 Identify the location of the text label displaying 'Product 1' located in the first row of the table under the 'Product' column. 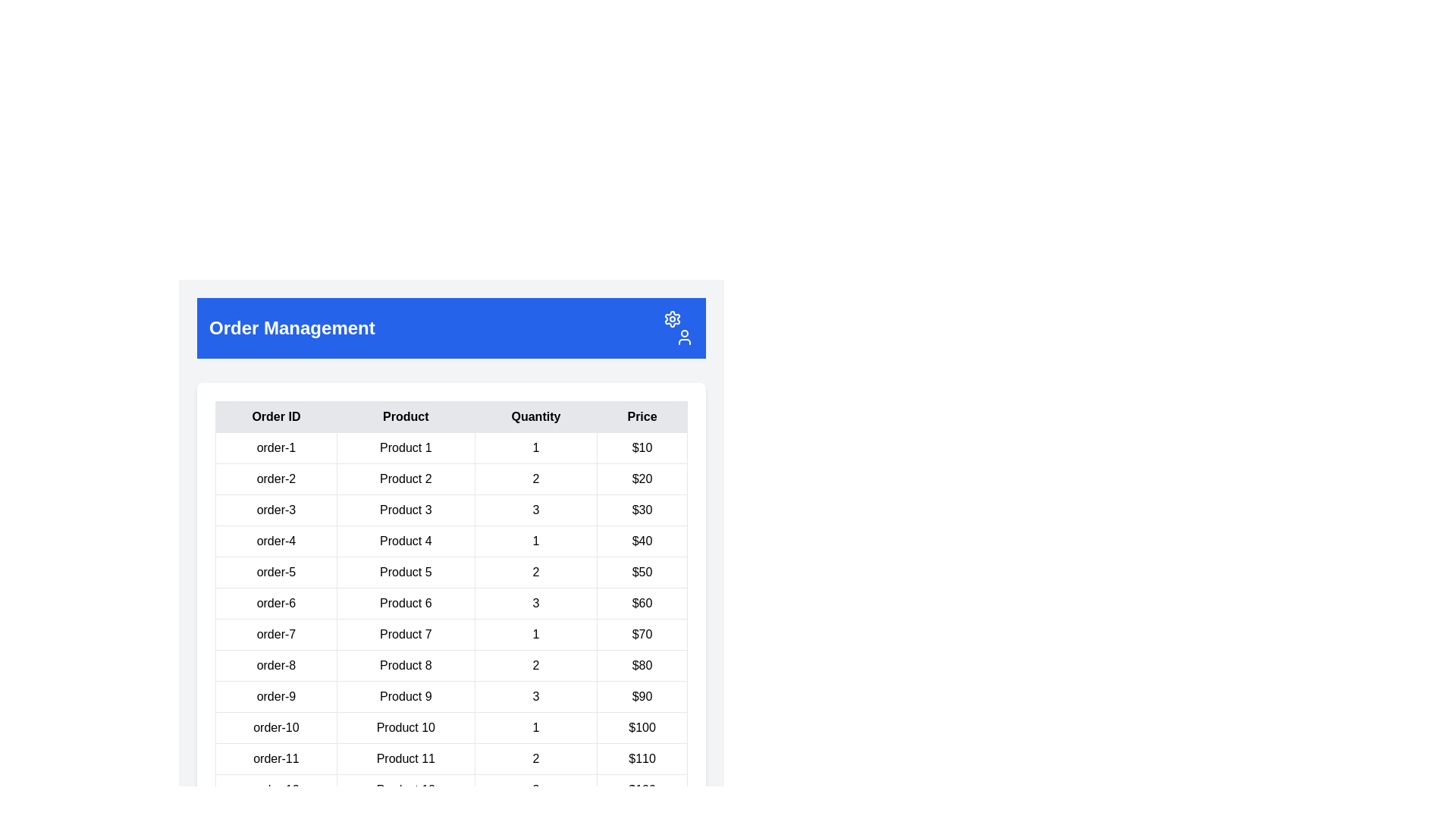
(406, 447).